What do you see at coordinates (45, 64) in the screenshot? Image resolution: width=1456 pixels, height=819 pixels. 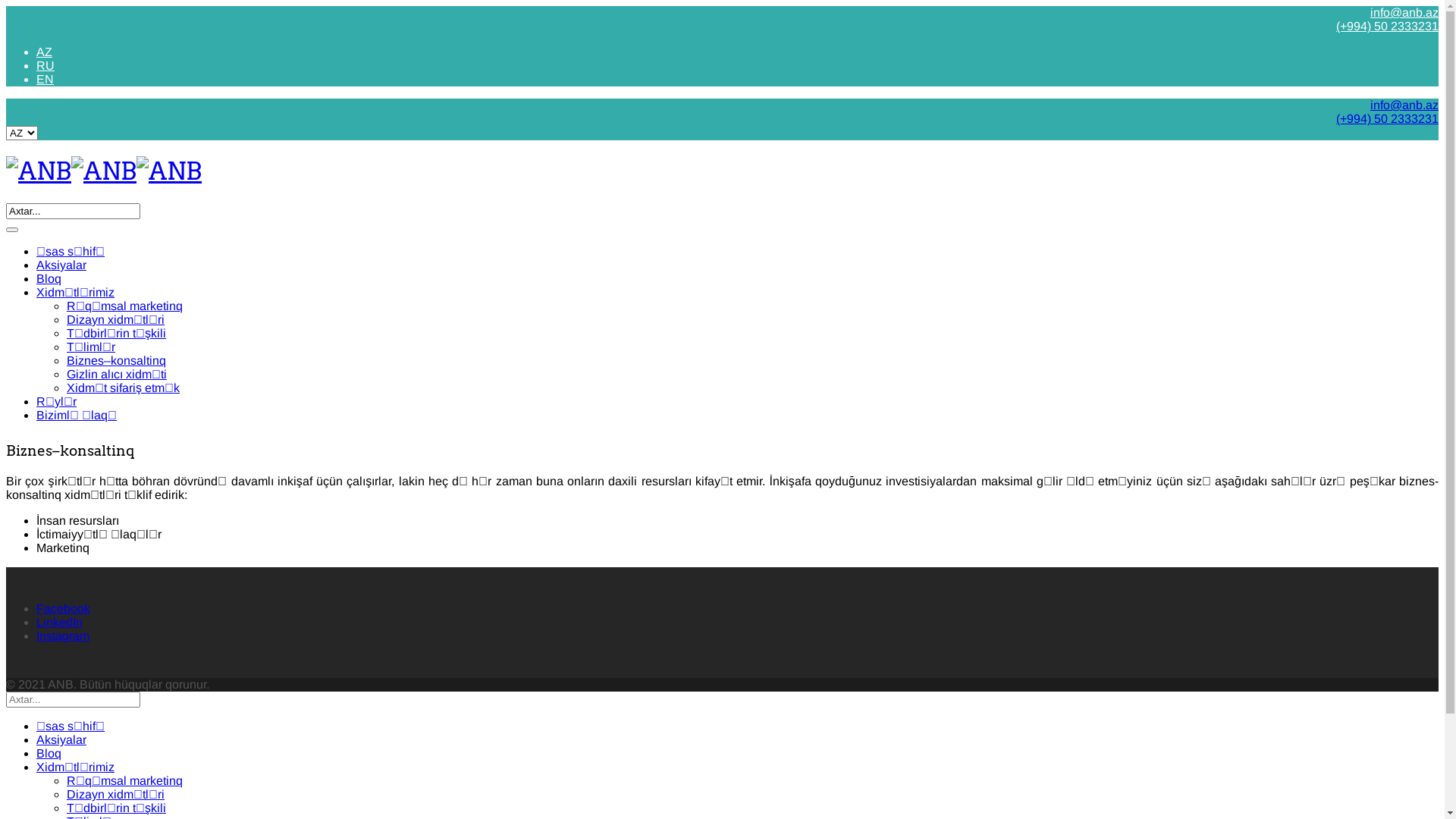 I see `'RU'` at bounding box center [45, 64].